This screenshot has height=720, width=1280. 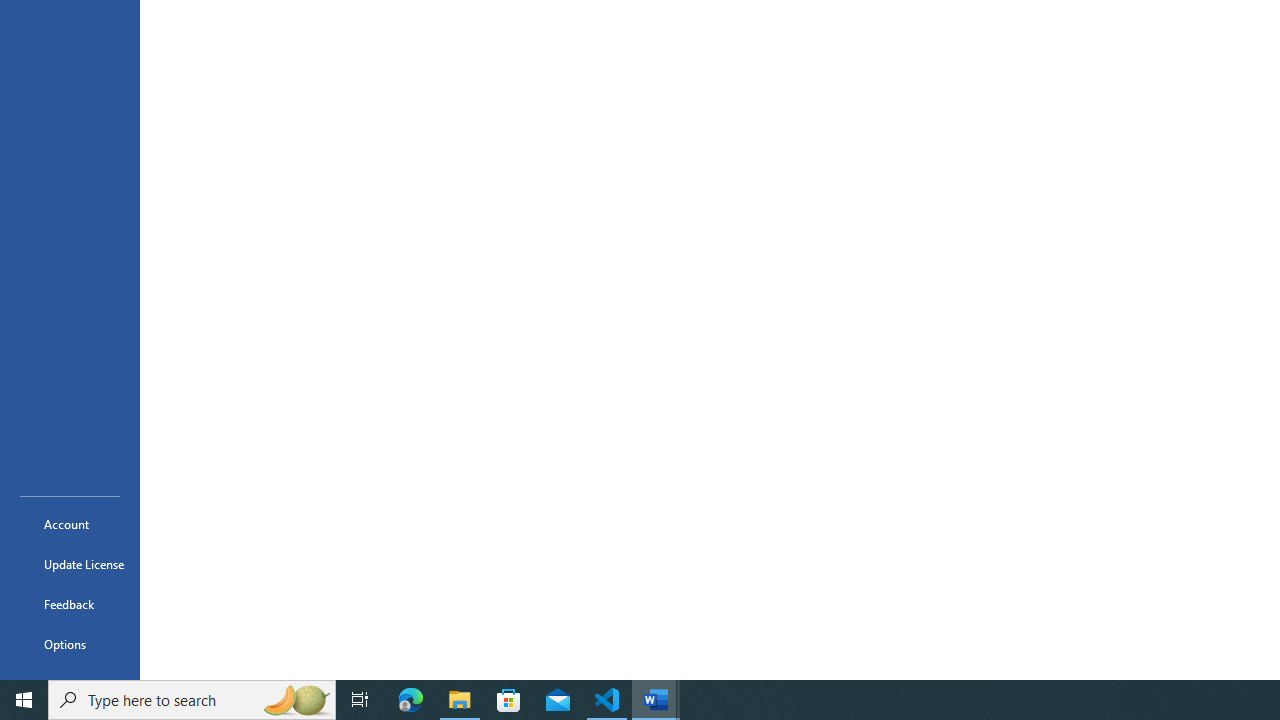 I want to click on 'Update License', so click(x=69, y=564).